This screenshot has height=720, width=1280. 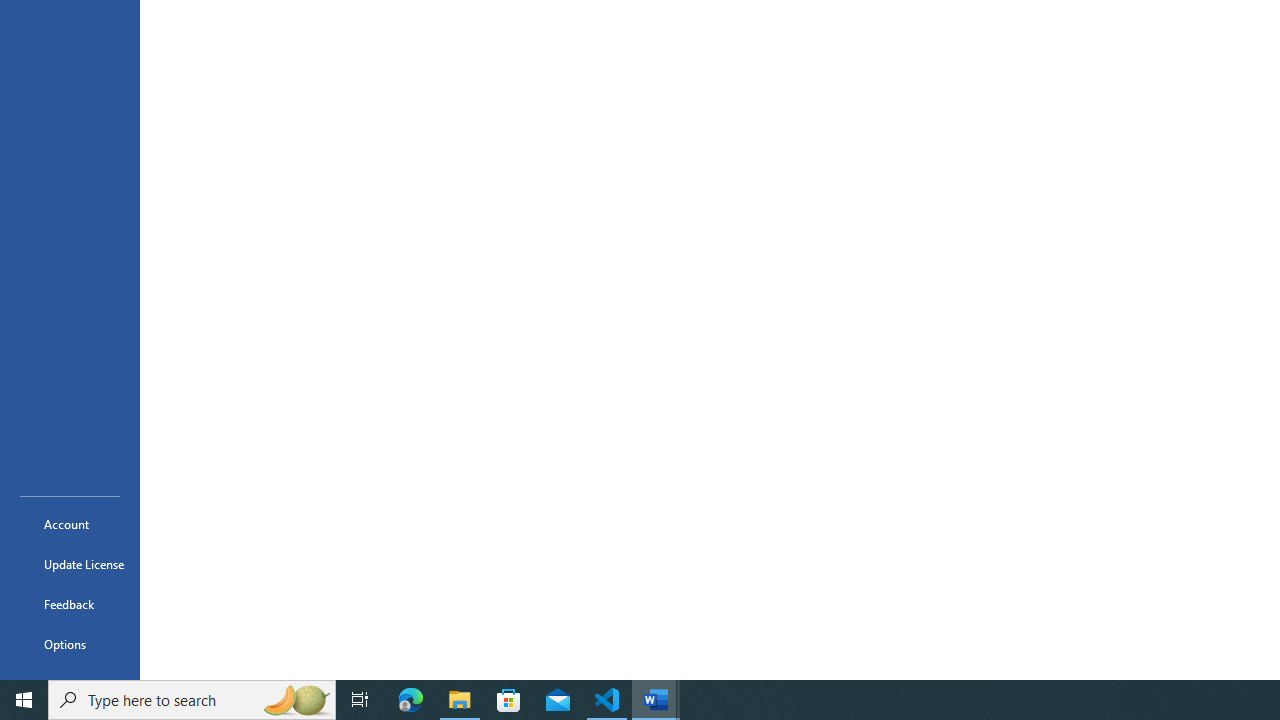 I want to click on 'Update License', so click(x=69, y=564).